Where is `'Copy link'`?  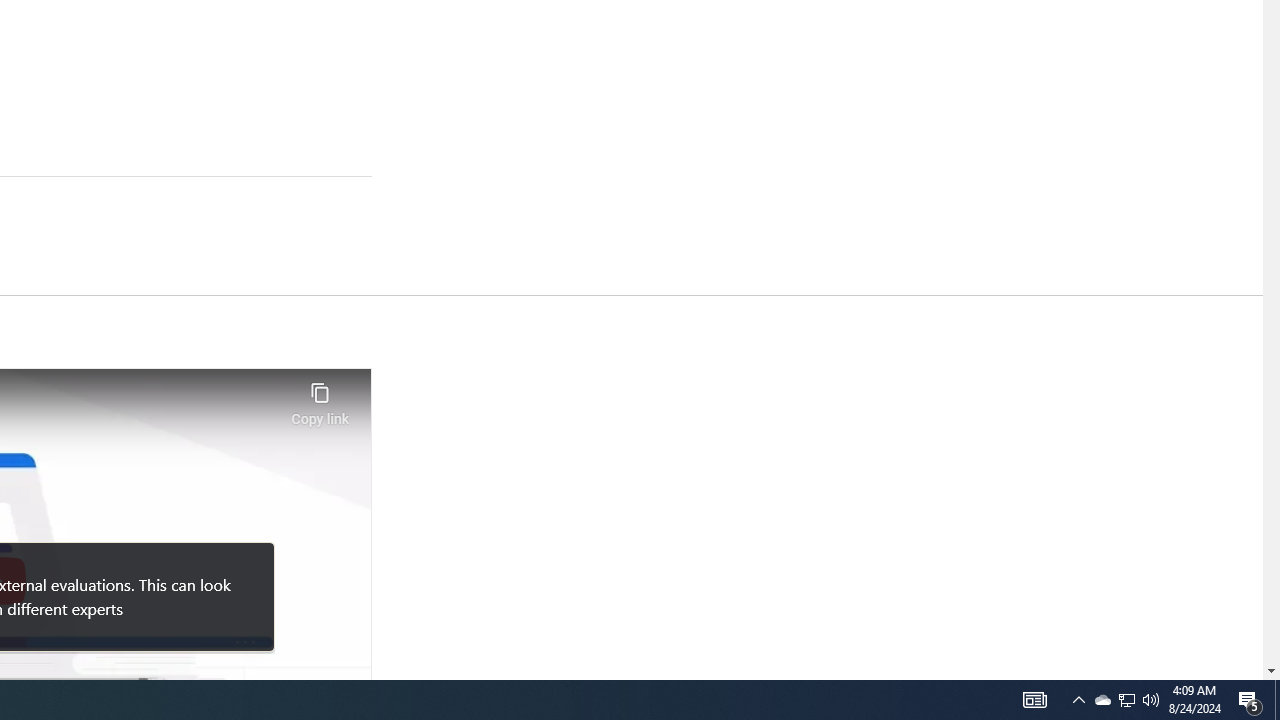 'Copy link' is located at coordinates (320, 398).